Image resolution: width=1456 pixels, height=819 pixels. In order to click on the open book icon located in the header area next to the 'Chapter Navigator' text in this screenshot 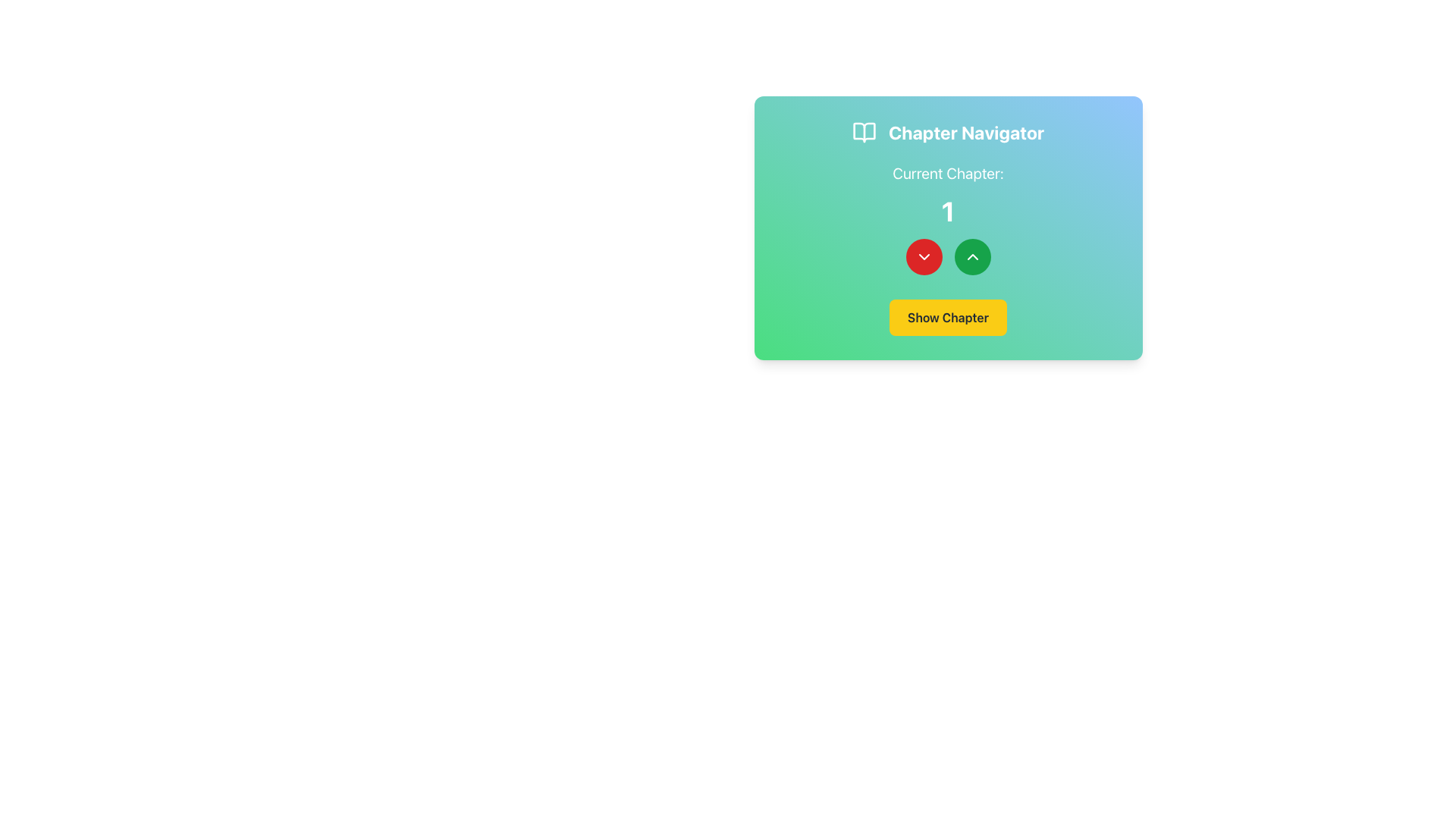, I will do `click(864, 131)`.